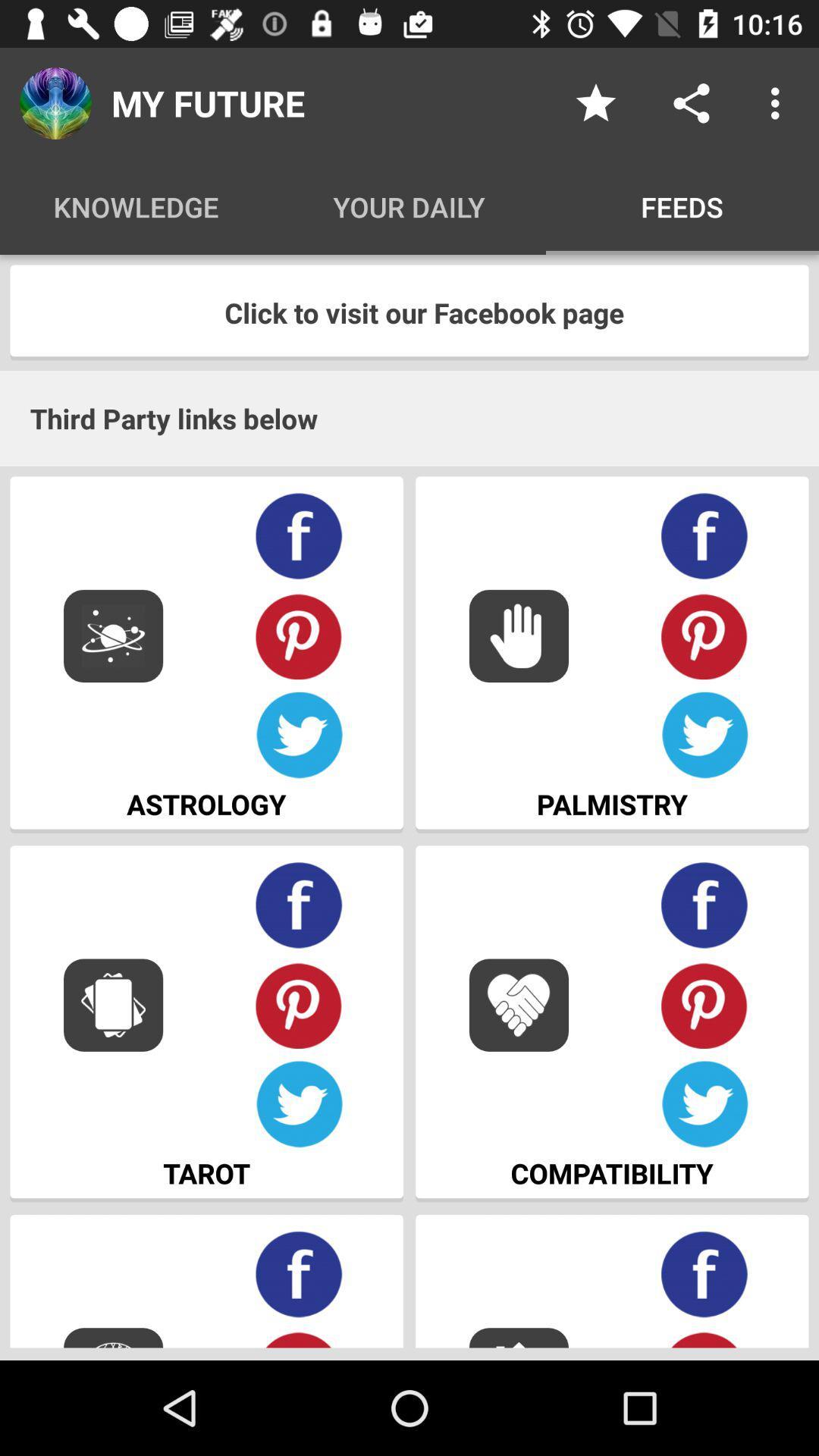 Image resolution: width=819 pixels, height=1456 pixels. What do you see at coordinates (704, 1274) in the screenshot?
I see `fb logo` at bounding box center [704, 1274].